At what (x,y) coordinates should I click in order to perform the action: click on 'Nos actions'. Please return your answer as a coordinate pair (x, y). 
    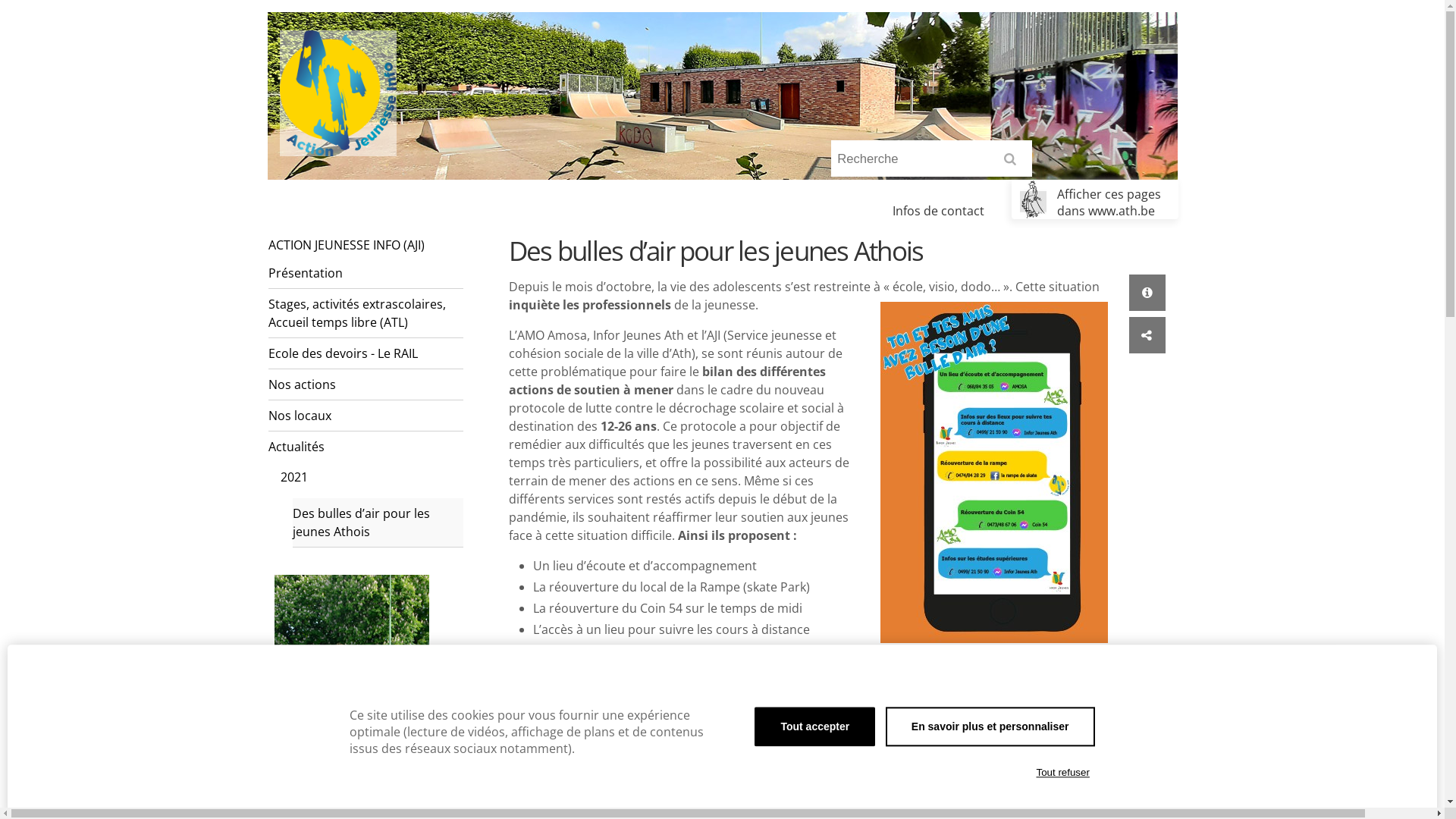
    Looking at the image, I should click on (365, 384).